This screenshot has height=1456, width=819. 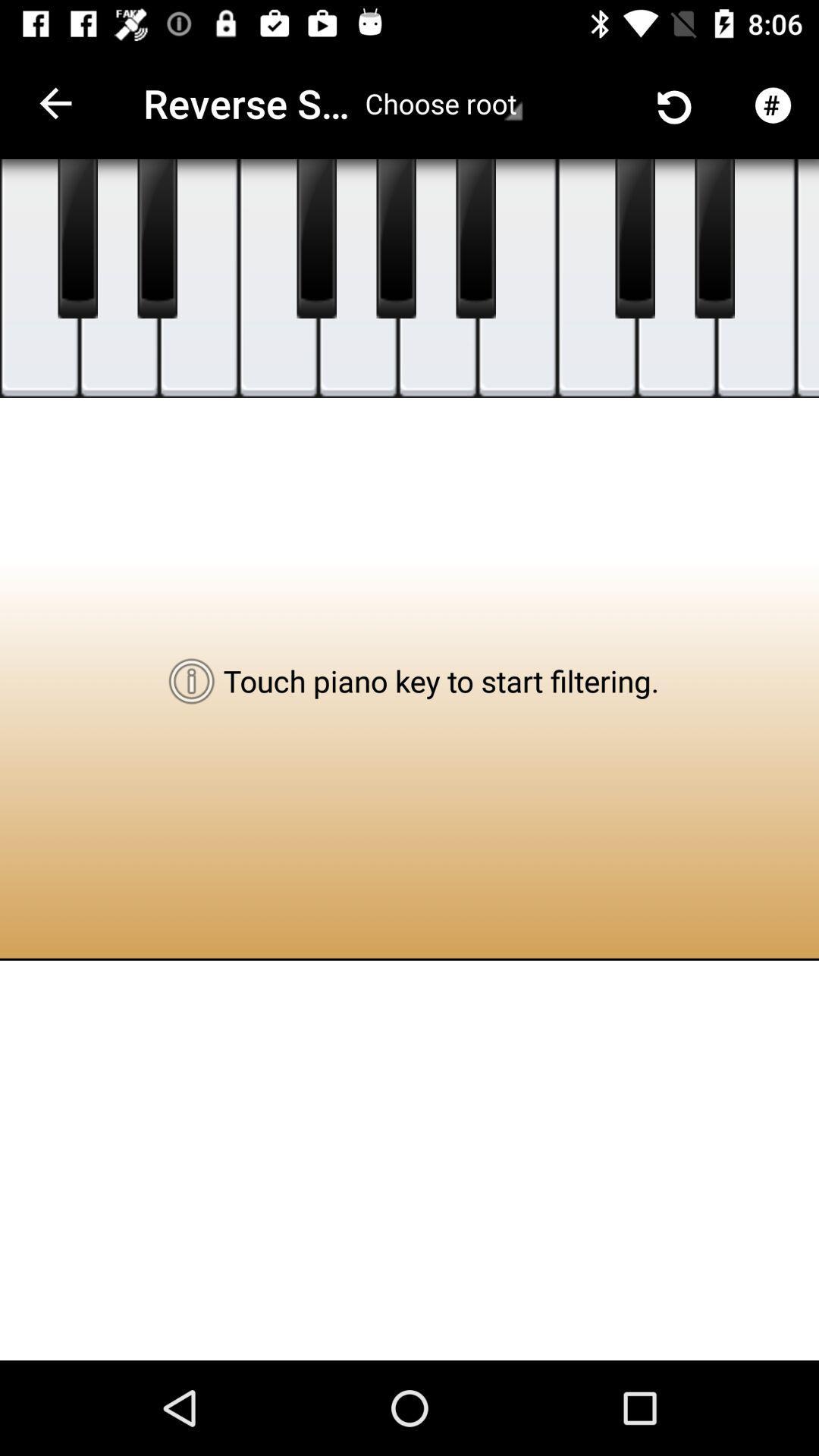 What do you see at coordinates (315, 238) in the screenshot?
I see `start filtering` at bounding box center [315, 238].